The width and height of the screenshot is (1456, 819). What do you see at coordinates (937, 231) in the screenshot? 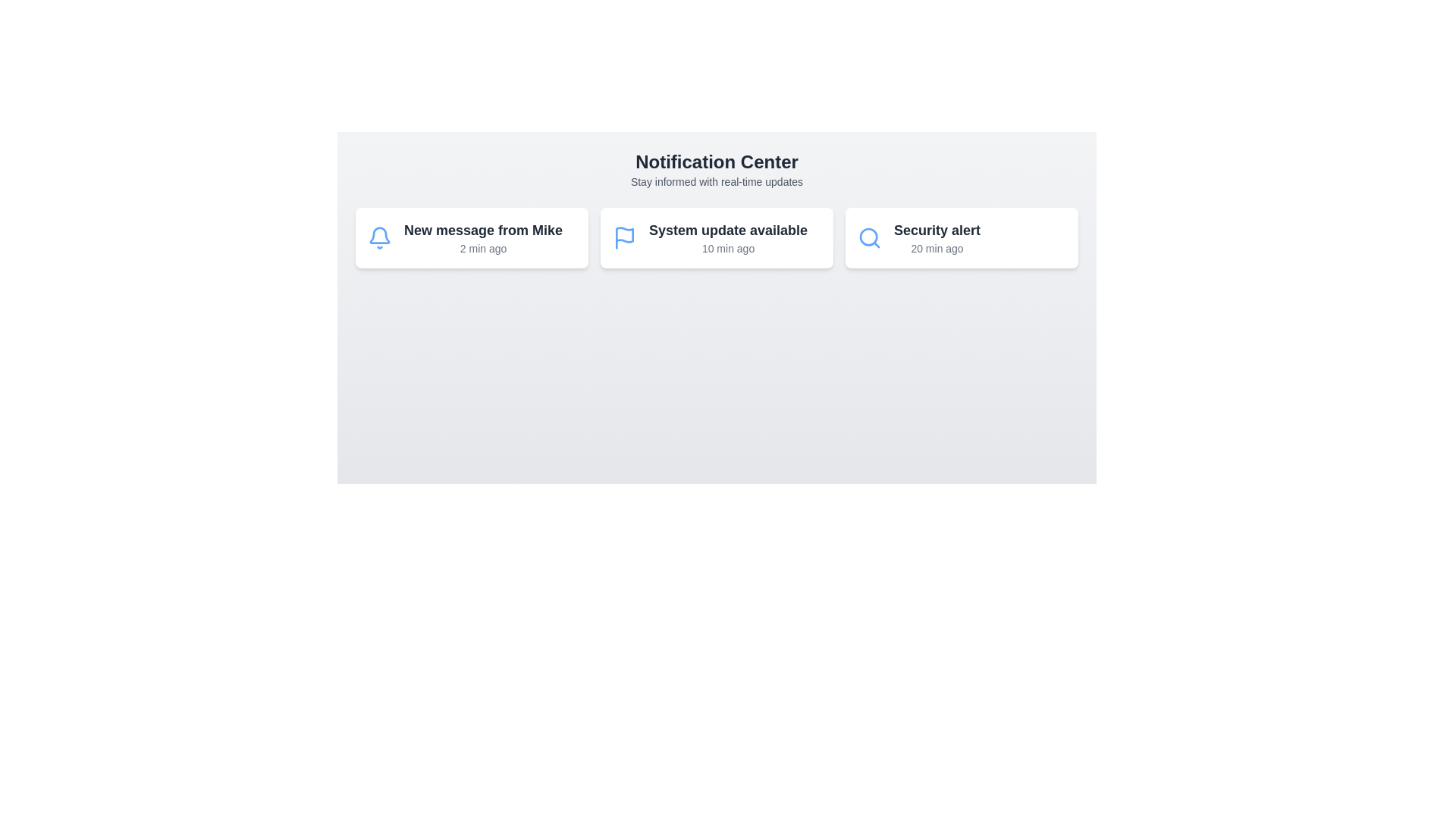
I see `the 'Security alert' text label, which is styled in a large bold font and positioned in the rightmost notification card under the 'Notification Center'` at bounding box center [937, 231].